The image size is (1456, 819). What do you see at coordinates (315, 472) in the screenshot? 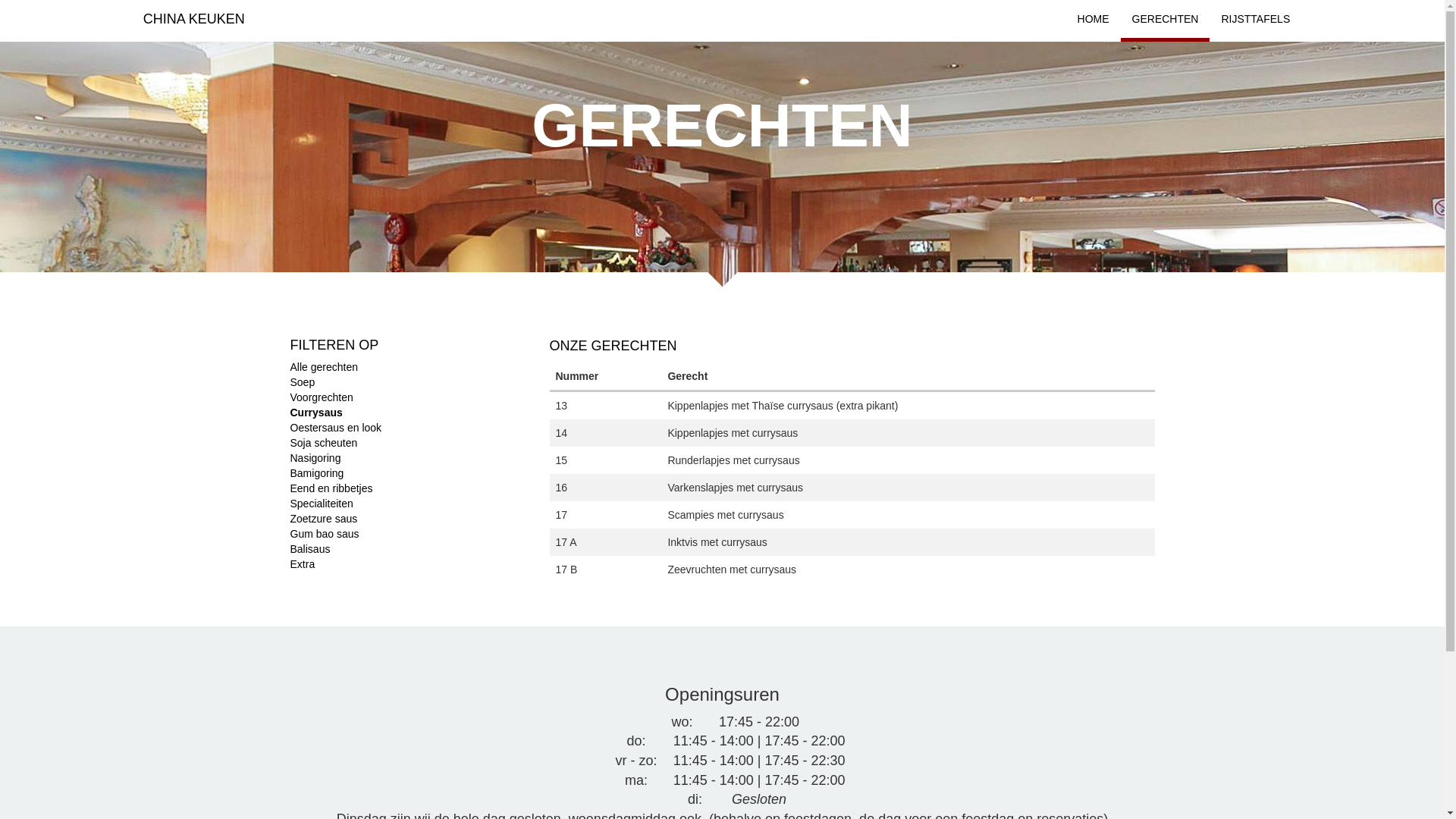
I see `'Bamigoring'` at bounding box center [315, 472].